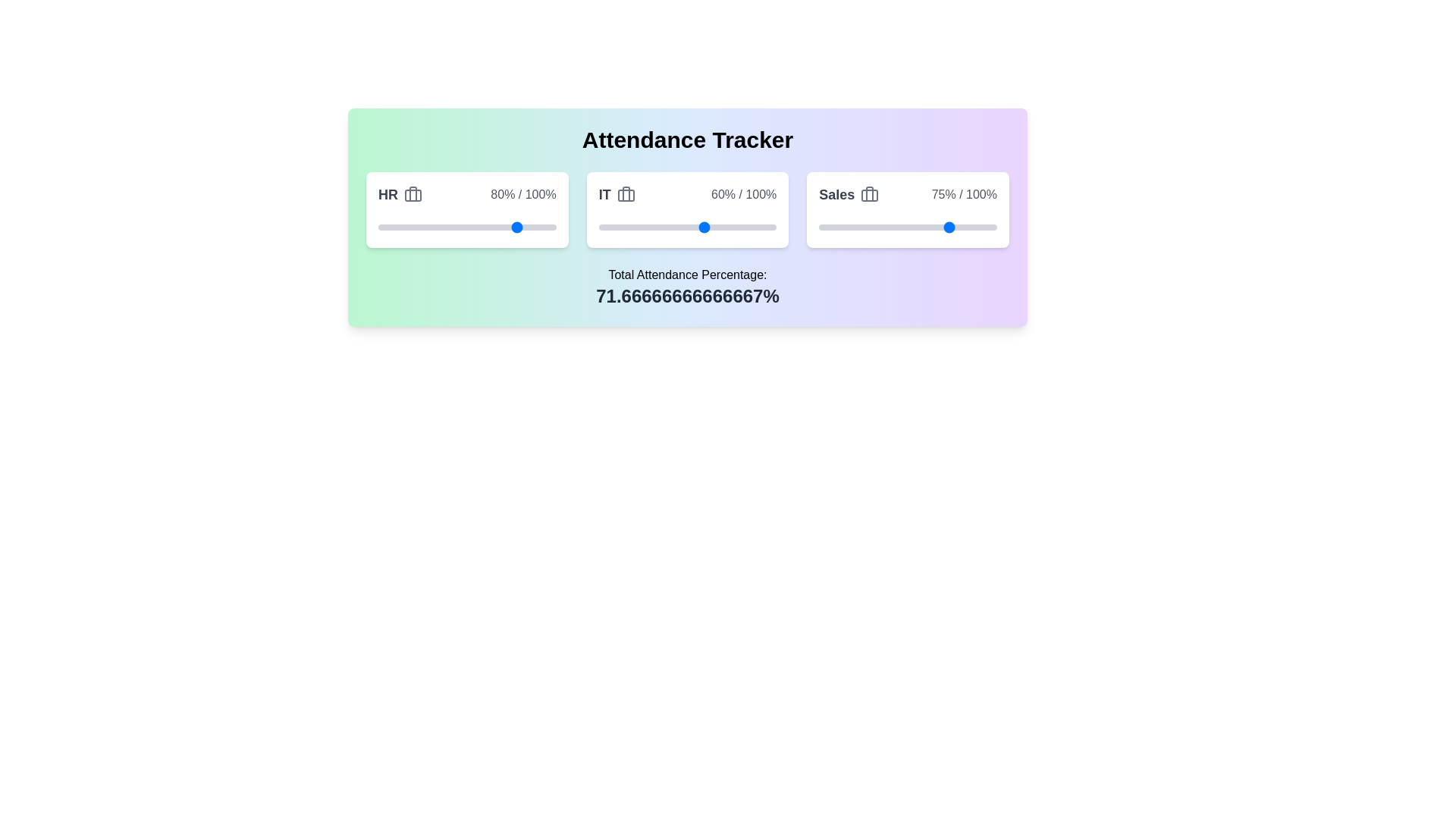 This screenshot has height=819, width=1456. I want to click on the Decorative Rectangle element within the briefcase icon in the 'IT' section of the user interface, so click(626, 195).